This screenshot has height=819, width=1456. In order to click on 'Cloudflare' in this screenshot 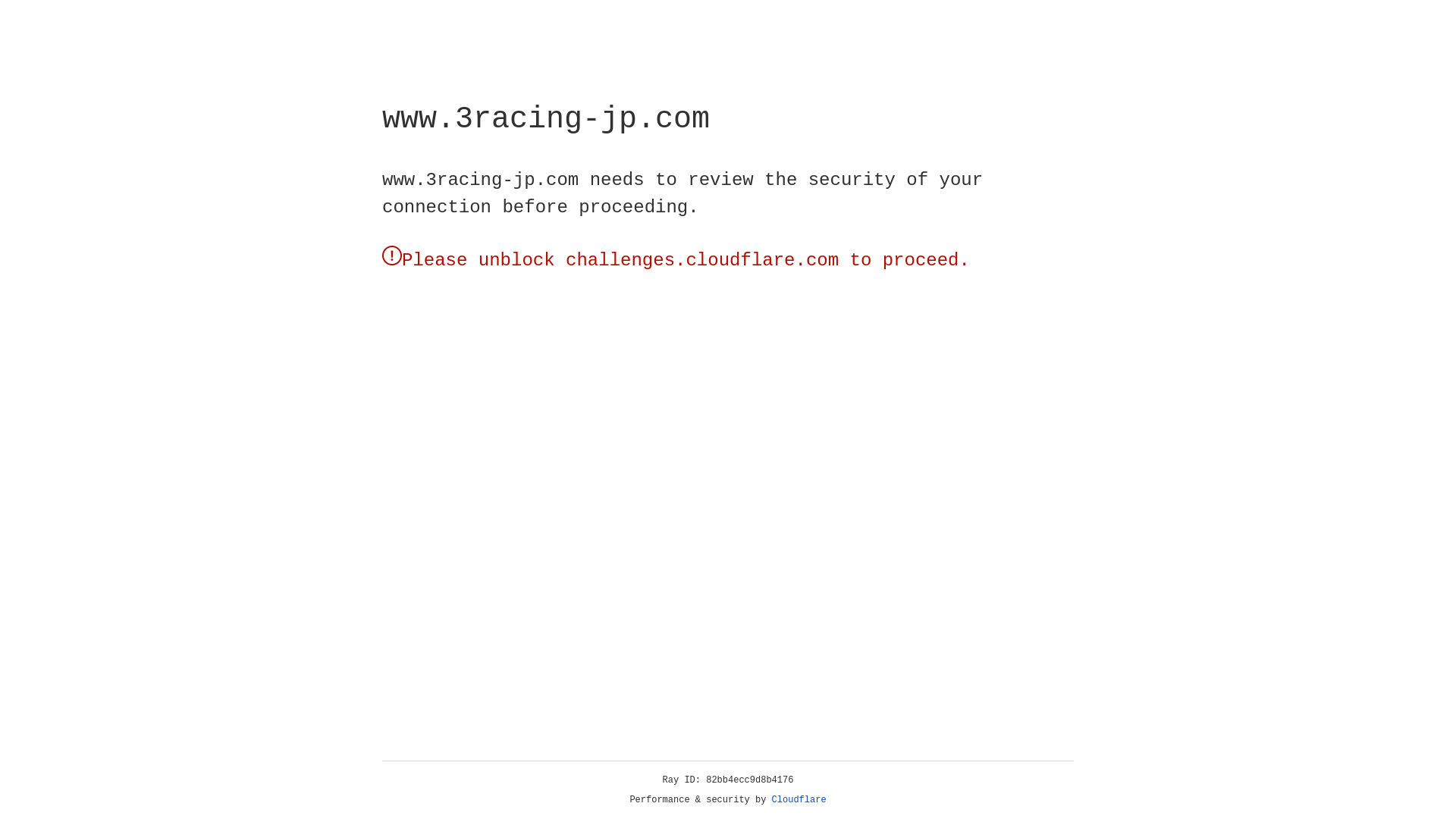, I will do `click(771, 799)`.